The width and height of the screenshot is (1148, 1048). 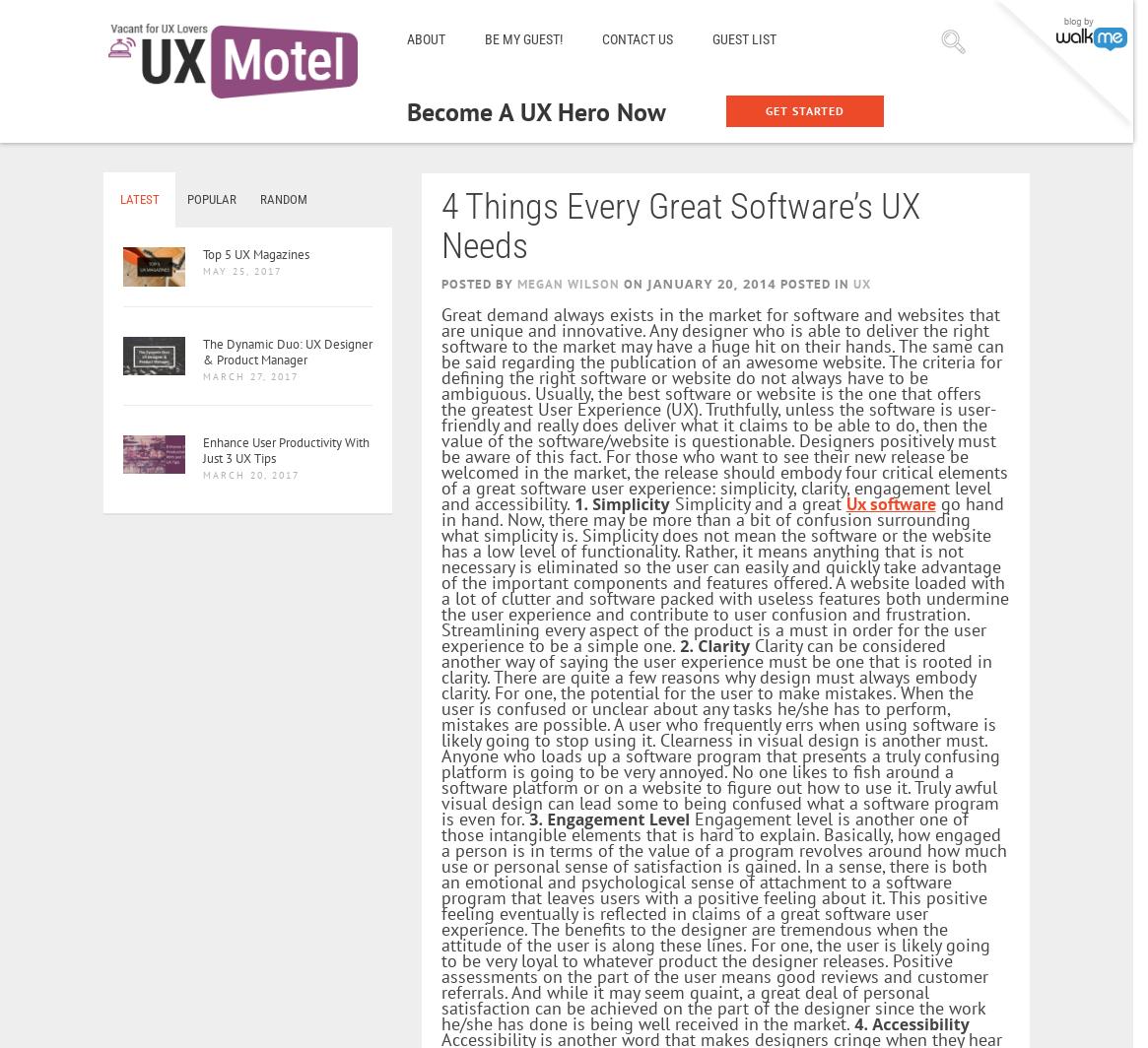 I want to click on '1. Simplicity', so click(x=620, y=503).